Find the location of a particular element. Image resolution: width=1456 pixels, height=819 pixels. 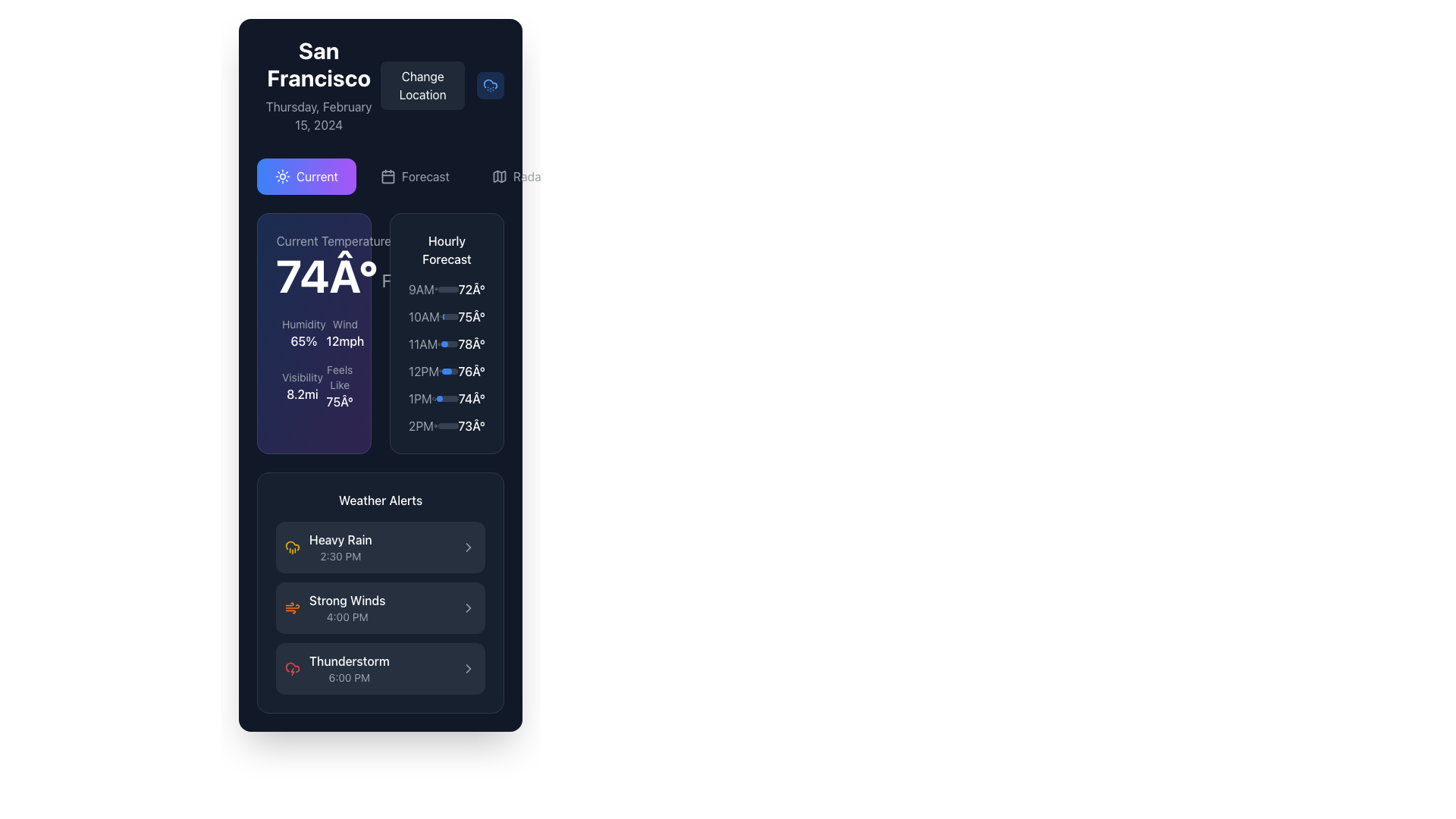

the progress bar associated with the '10AM' hourly forecast, which is a thin, horizontal bar filled partially from the left side with a dark gray background and a bright blue fill, located to the right of the '10AM' text and the cloud icon is located at coordinates (450, 315).